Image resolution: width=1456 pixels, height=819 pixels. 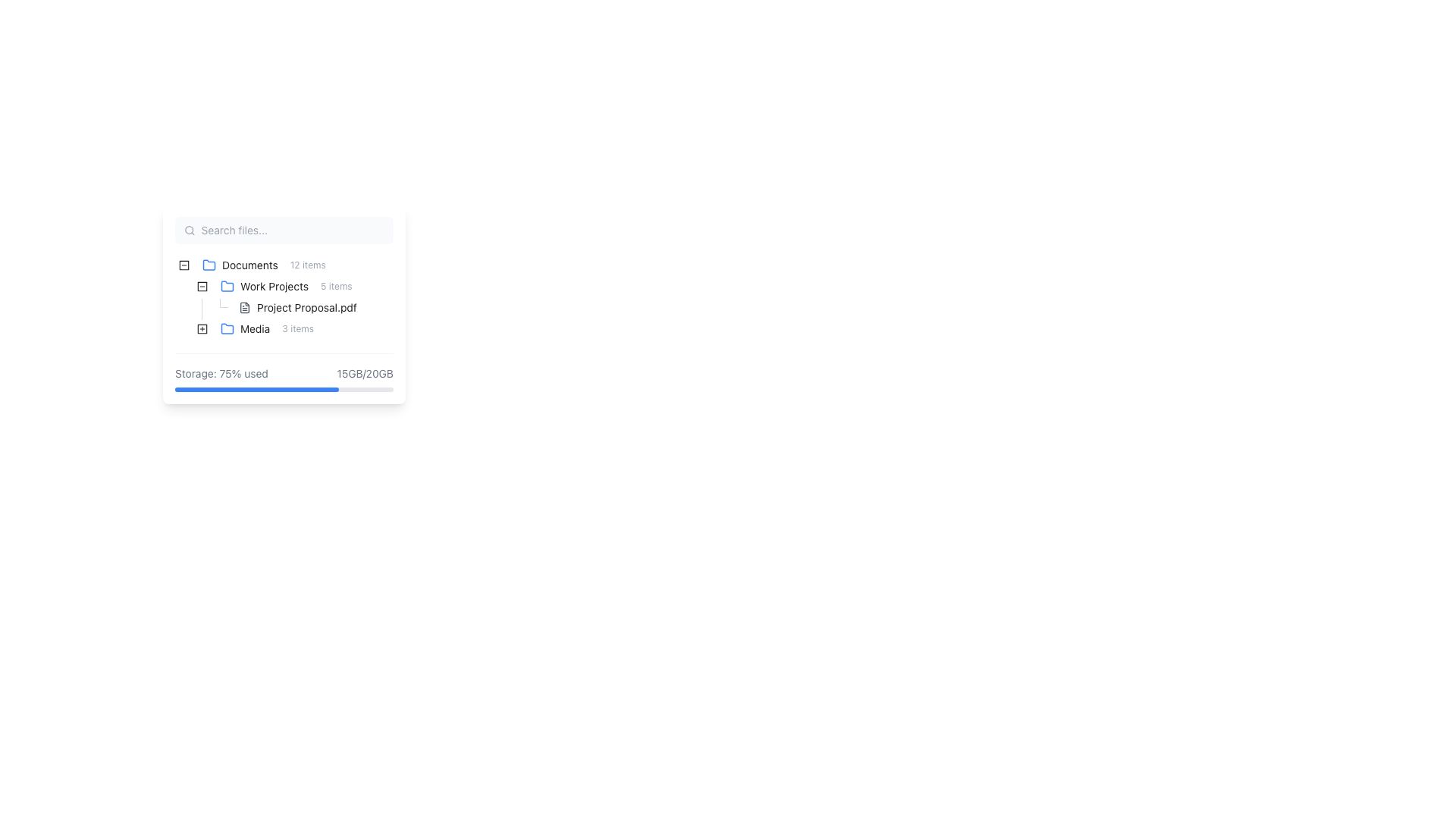 What do you see at coordinates (253, 265) in the screenshot?
I see `the expandable folder item at the top of the tree structure` at bounding box center [253, 265].